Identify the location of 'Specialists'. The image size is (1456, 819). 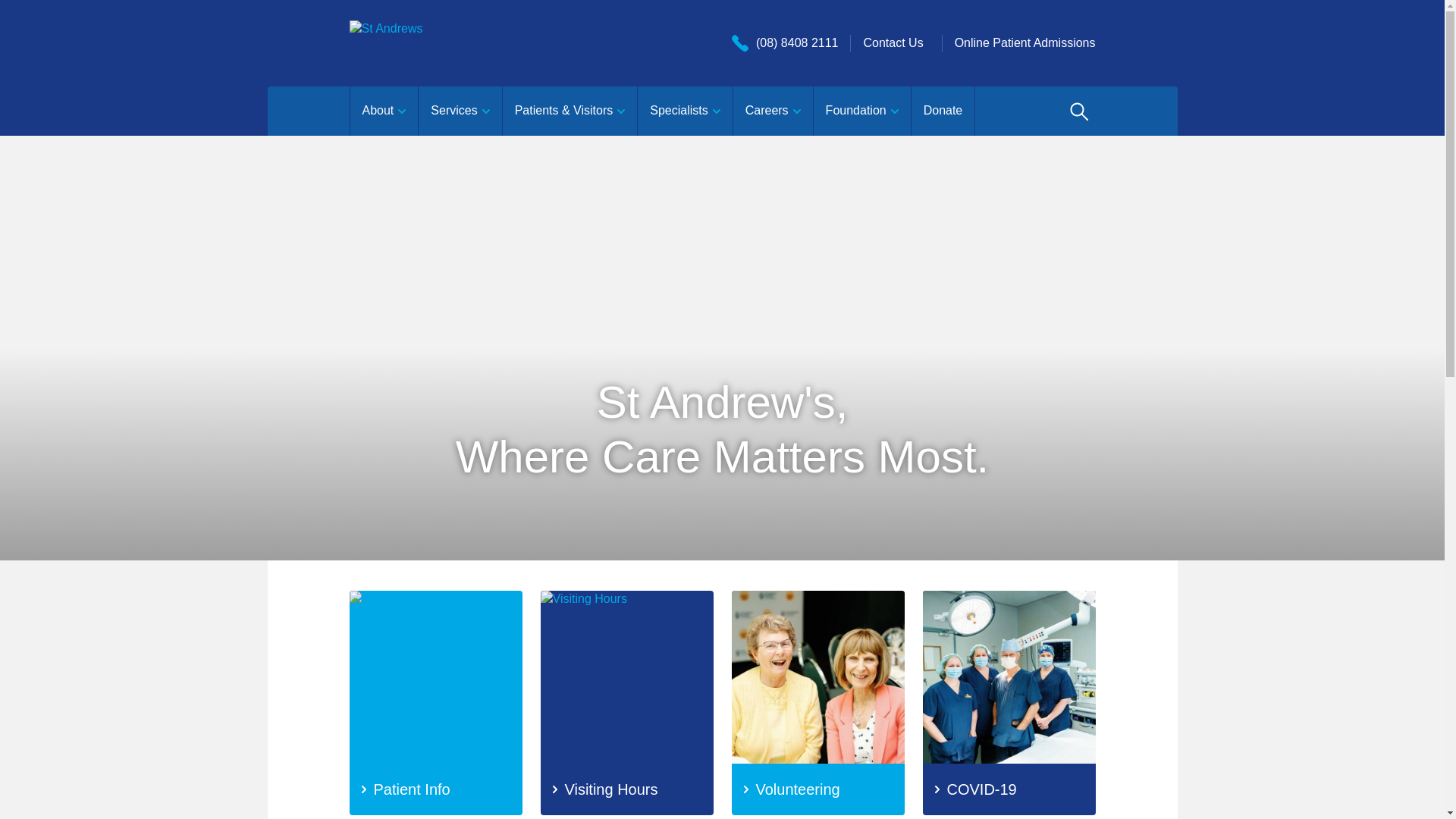
(683, 110).